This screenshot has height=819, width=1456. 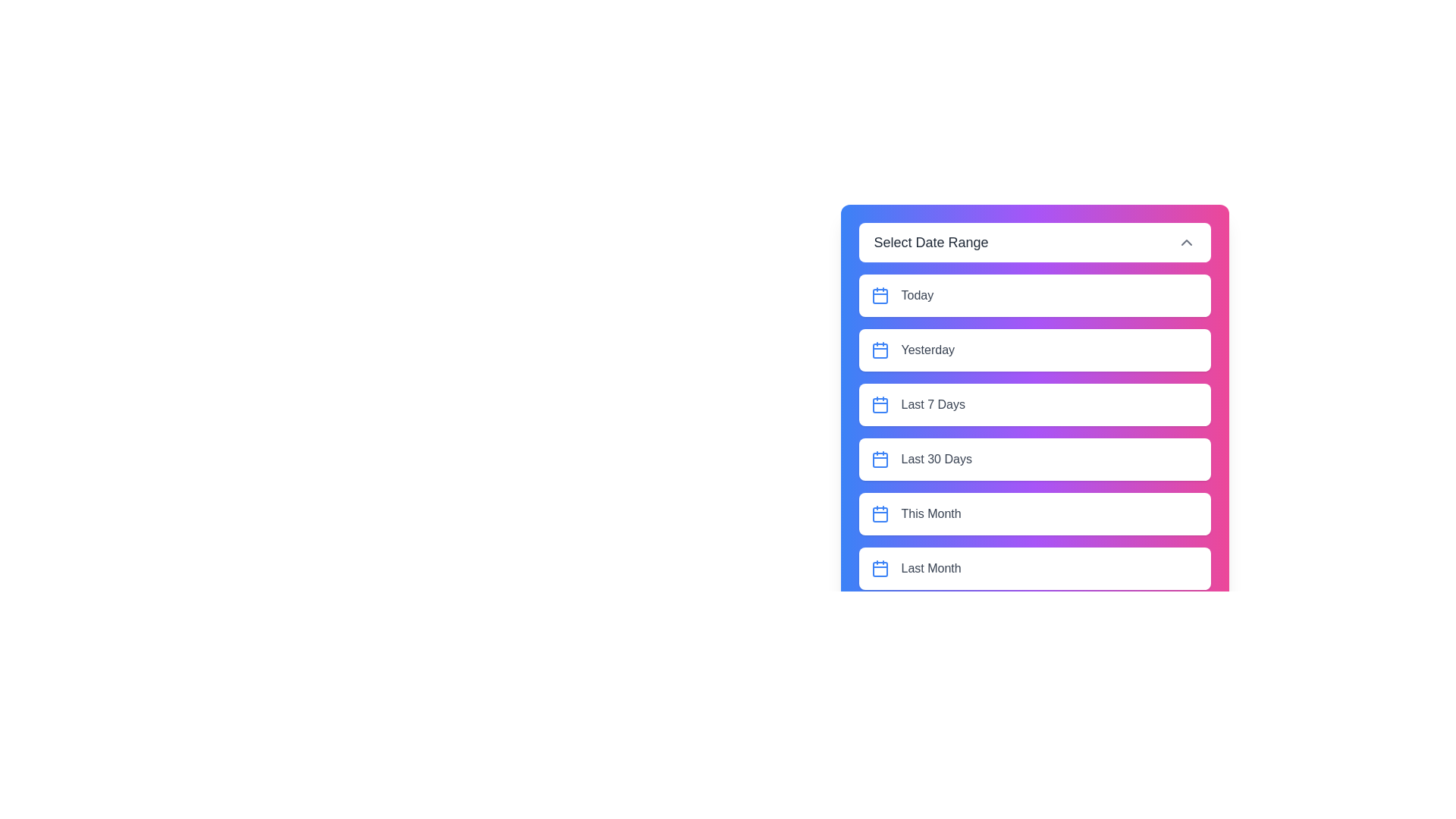 What do you see at coordinates (1034, 568) in the screenshot?
I see `the element Last Month option to observe potential hover effects or tooltips` at bounding box center [1034, 568].